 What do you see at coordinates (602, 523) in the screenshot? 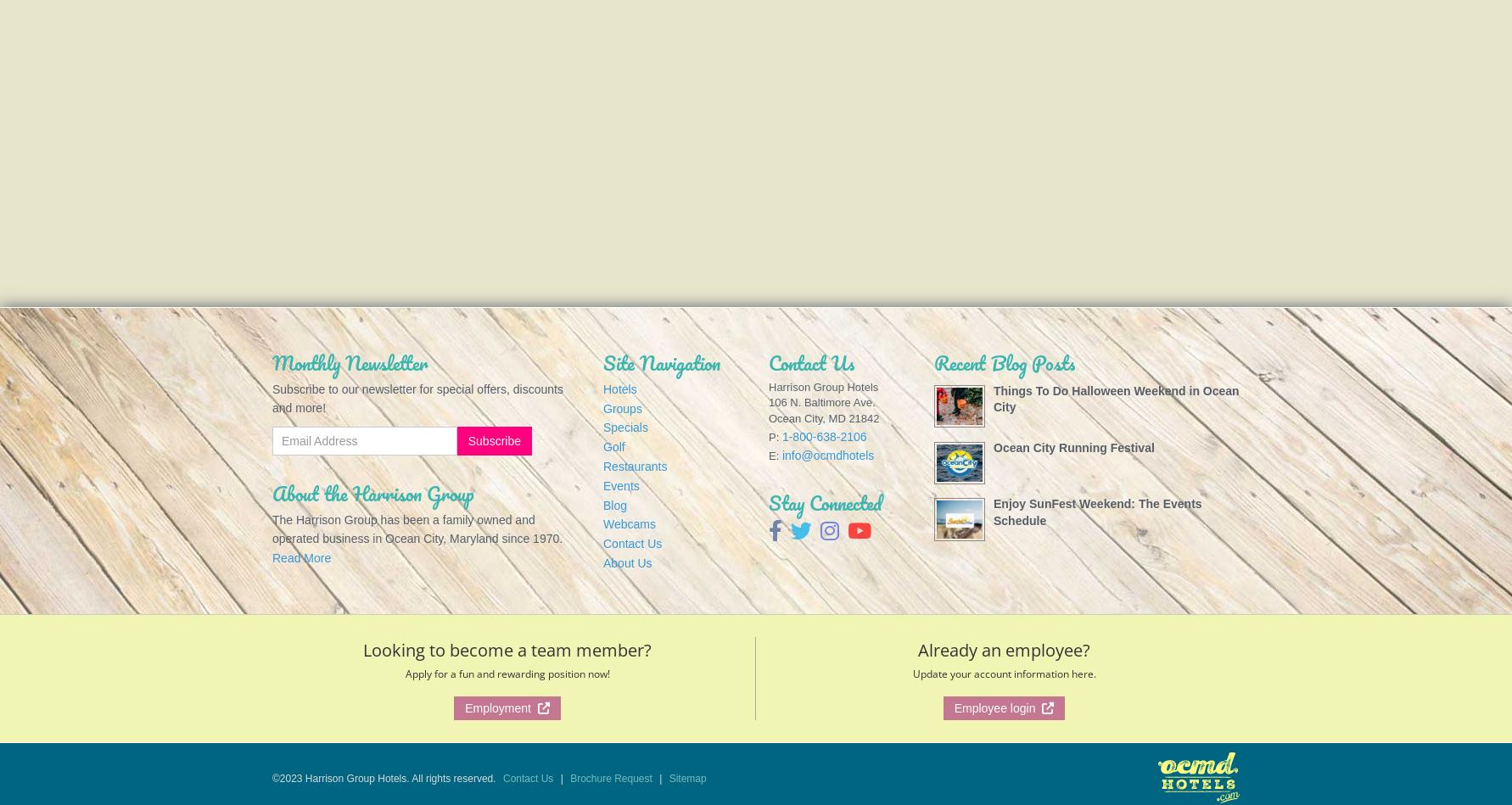
I see `'Webcams'` at bounding box center [602, 523].